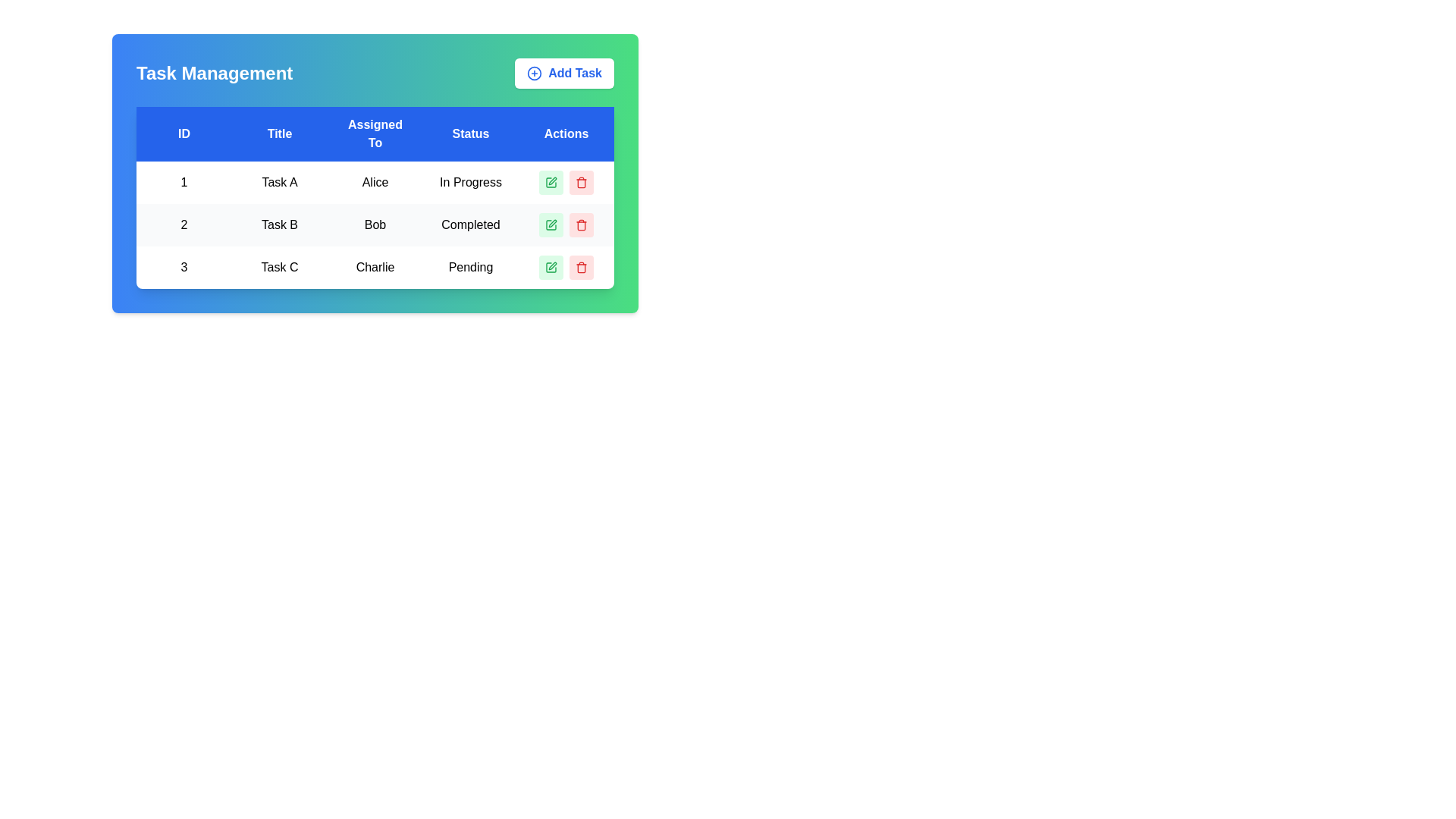 Image resolution: width=1456 pixels, height=819 pixels. I want to click on the edit button (green pen icon) in the 'Actions' column for 'Task C' assigned to 'Charlie' with 'Pending' status to initiate editing, so click(566, 267).